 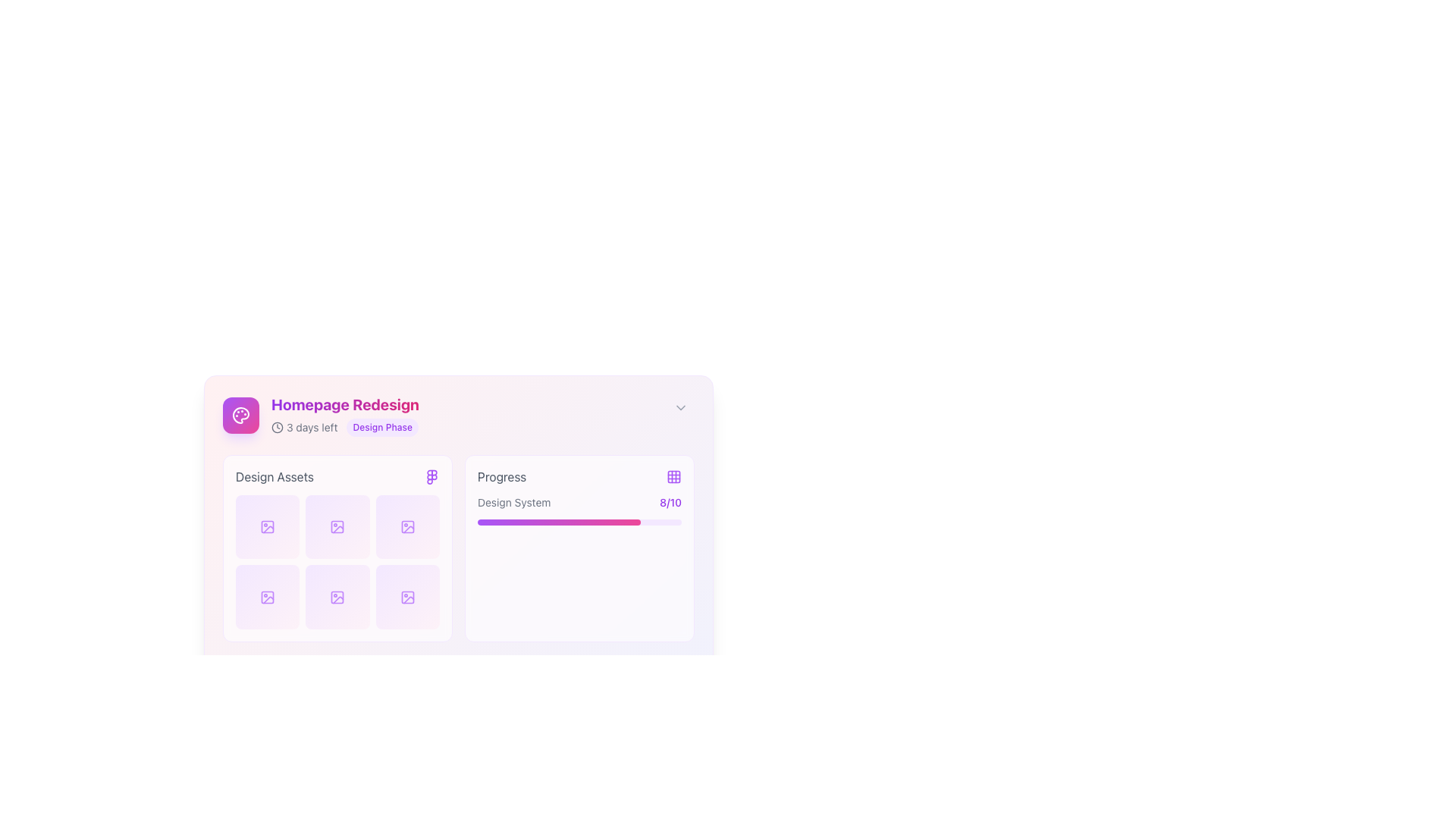 What do you see at coordinates (277, 427) in the screenshot?
I see `the time icon located to the left of the text '3 days left' in the header section of the 'Homepage Redesign' card` at bounding box center [277, 427].